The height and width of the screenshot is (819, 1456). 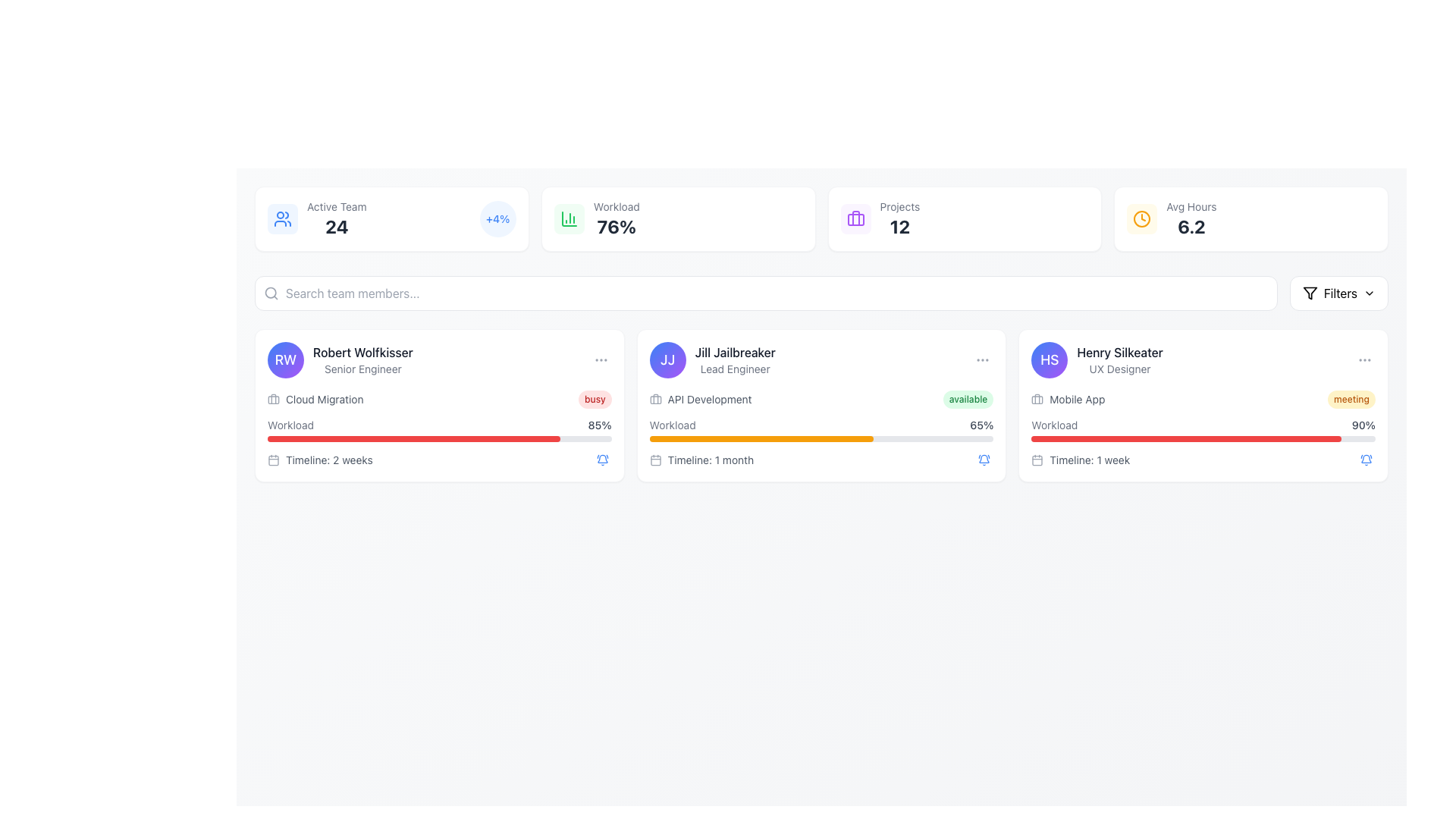 What do you see at coordinates (899, 227) in the screenshot?
I see `the text displaying the number of ongoing projects, which is located below the 'Projects' label in the upper-central area of the dashboard` at bounding box center [899, 227].